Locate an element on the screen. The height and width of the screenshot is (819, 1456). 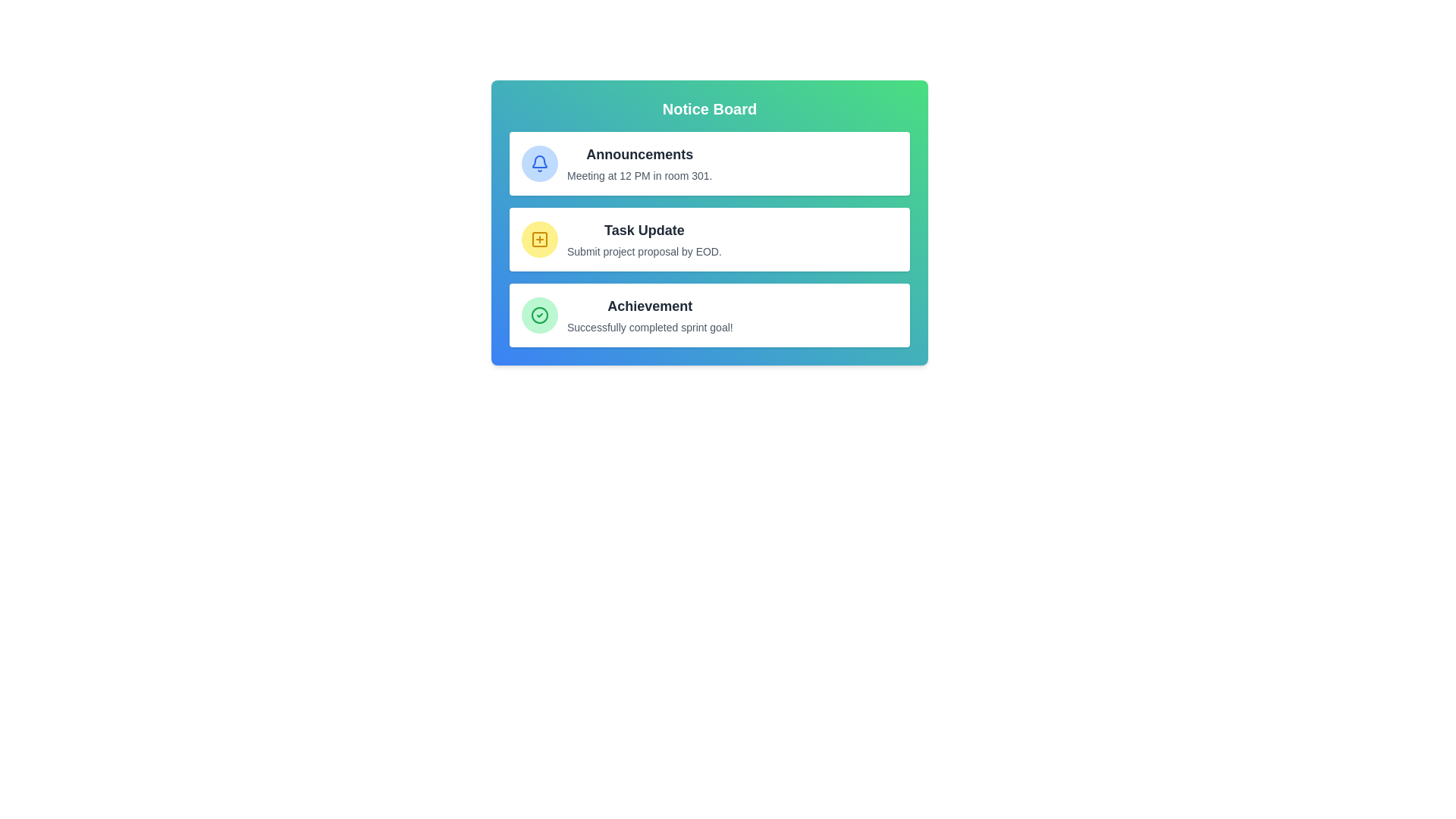
the icon representing the message type alert is located at coordinates (539, 239).